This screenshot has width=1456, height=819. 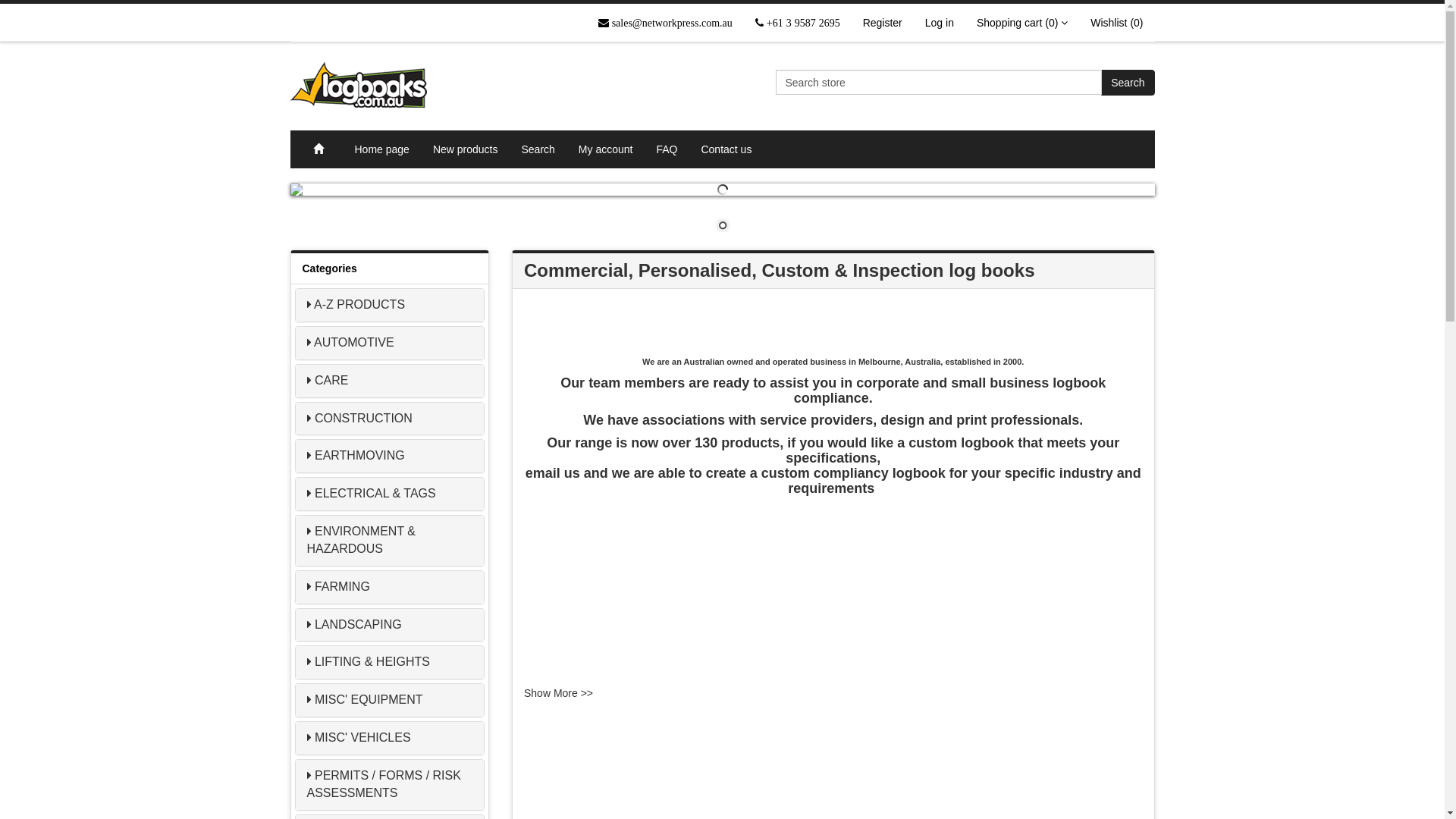 What do you see at coordinates (369, 699) in the screenshot?
I see `'MISC' EQUIPMENT'` at bounding box center [369, 699].